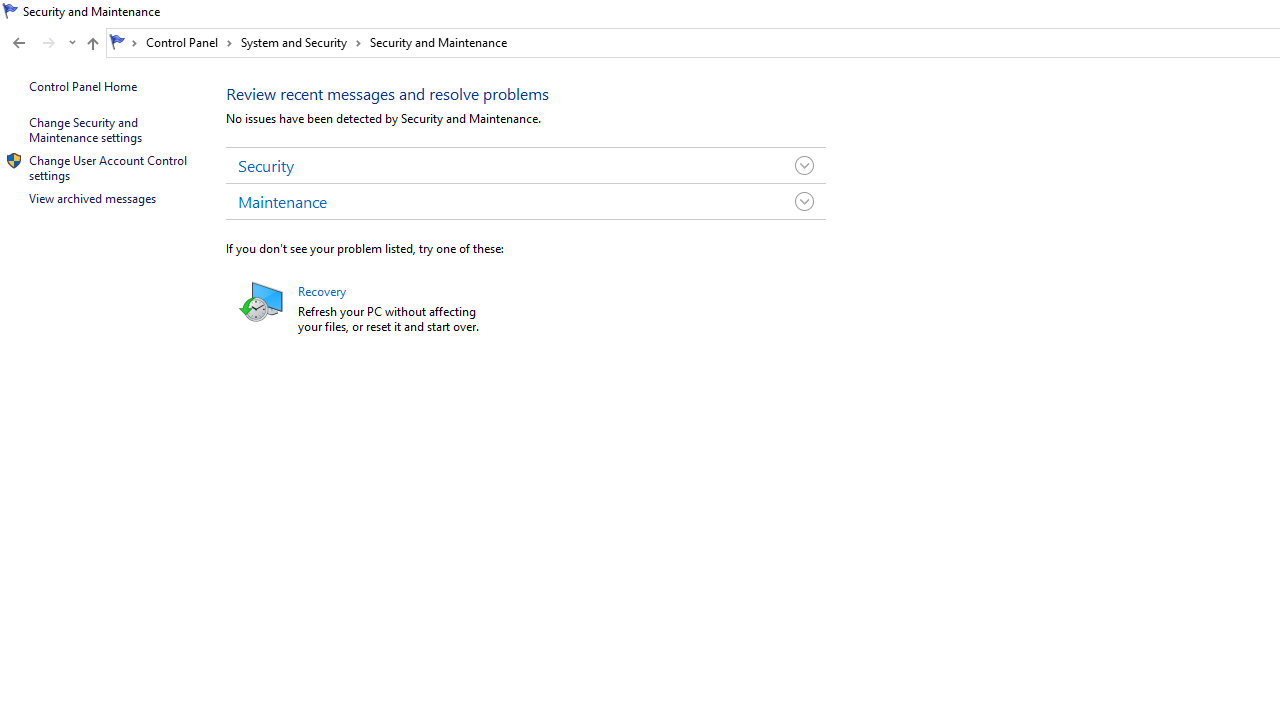  What do you see at coordinates (804, 164) in the screenshot?
I see `'Toggle Security Group'` at bounding box center [804, 164].